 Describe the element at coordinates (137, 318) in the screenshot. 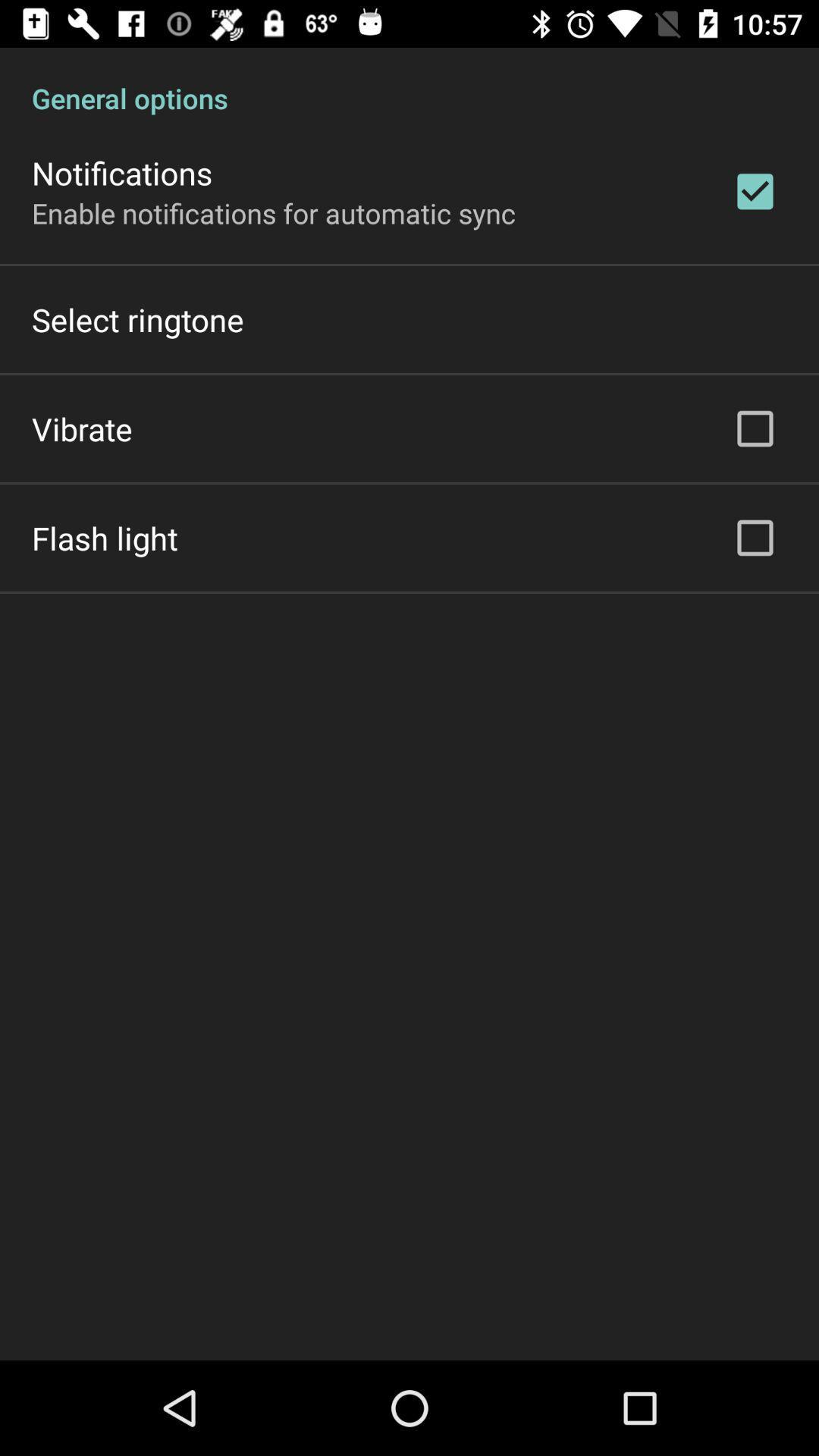

I see `the item below enable notifications for item` at that location.